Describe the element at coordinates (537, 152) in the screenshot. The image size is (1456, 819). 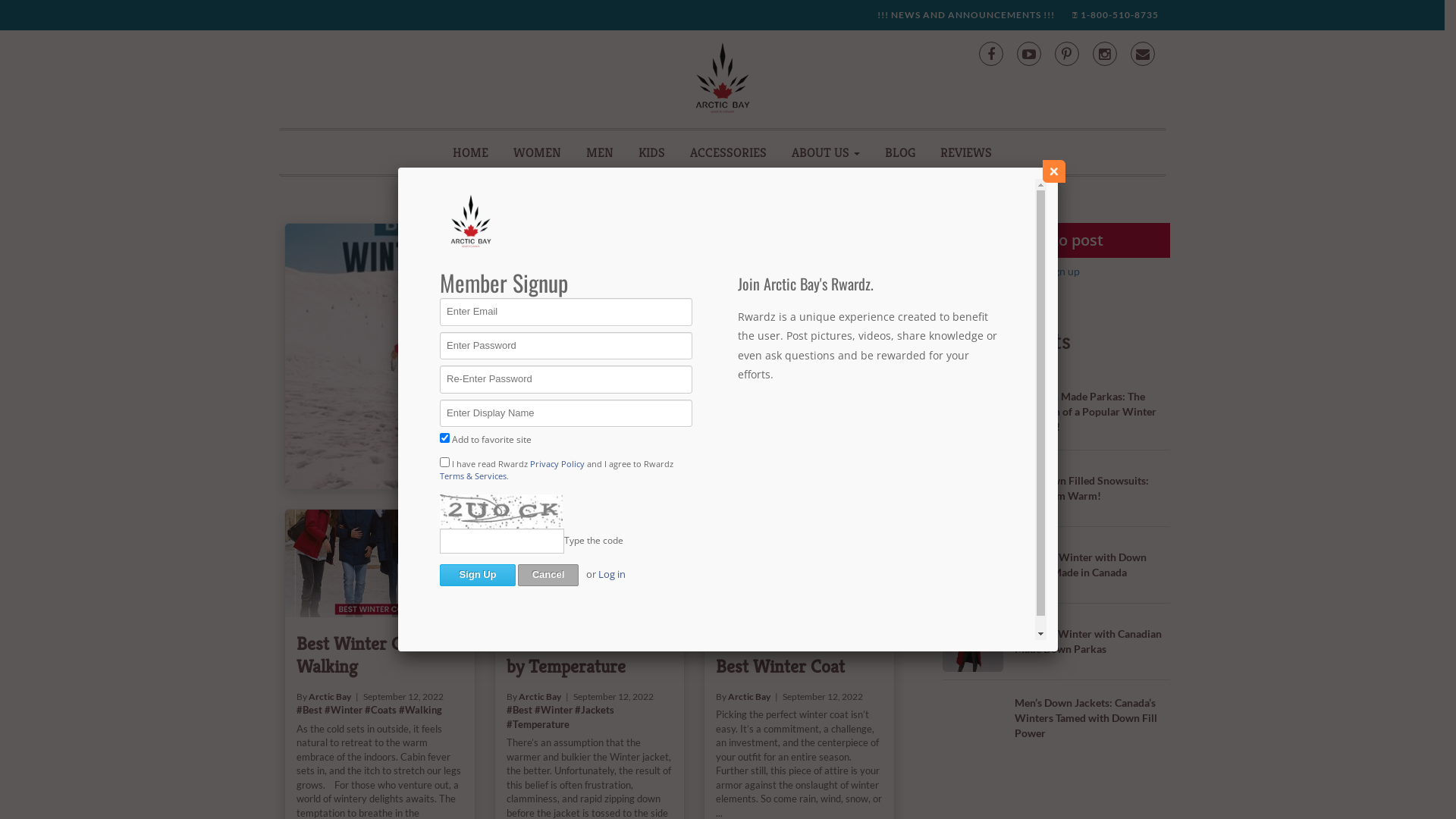
I see `'WOMEN'` at that location.